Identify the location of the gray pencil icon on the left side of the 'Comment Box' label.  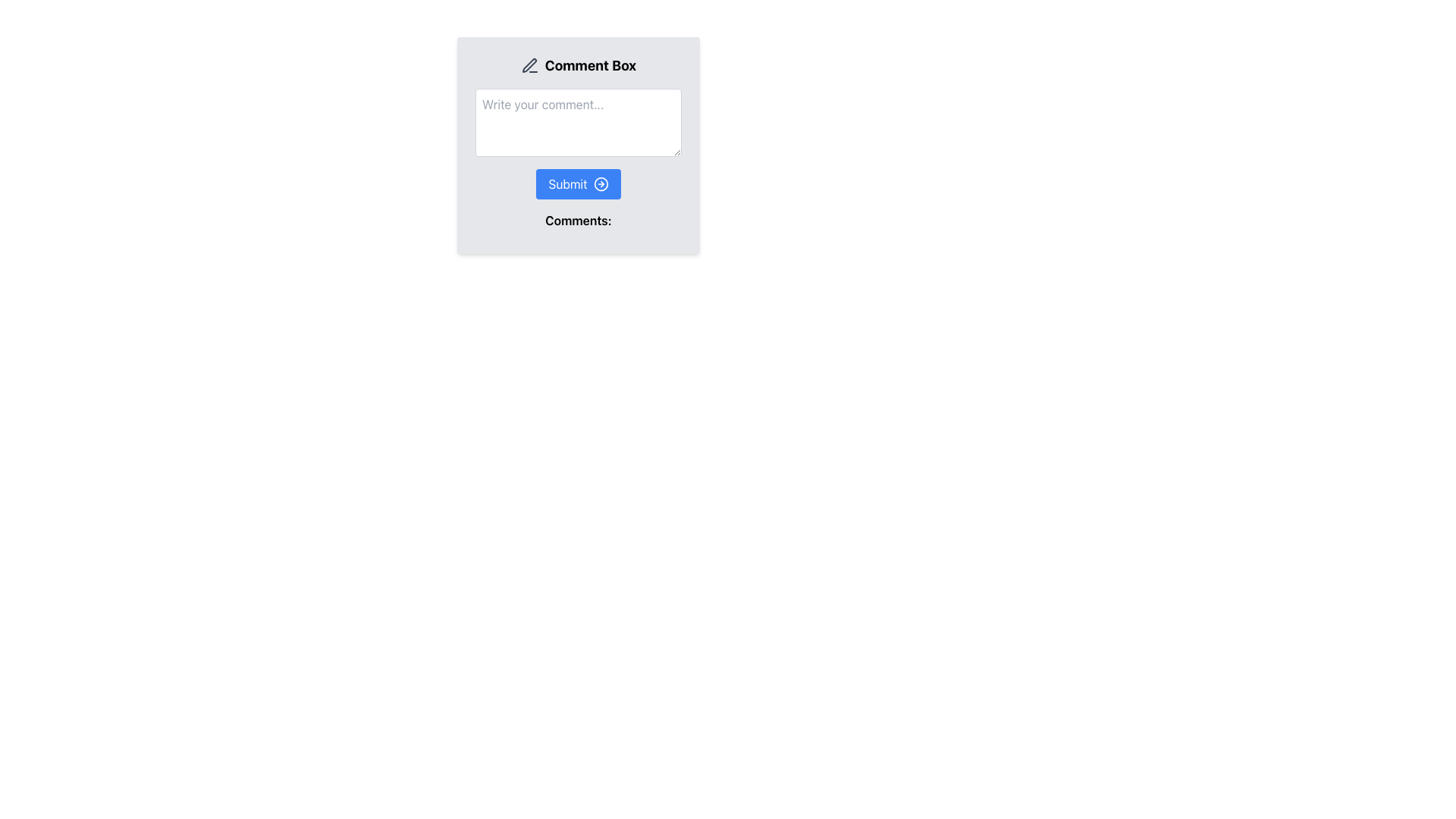
(578, 65).